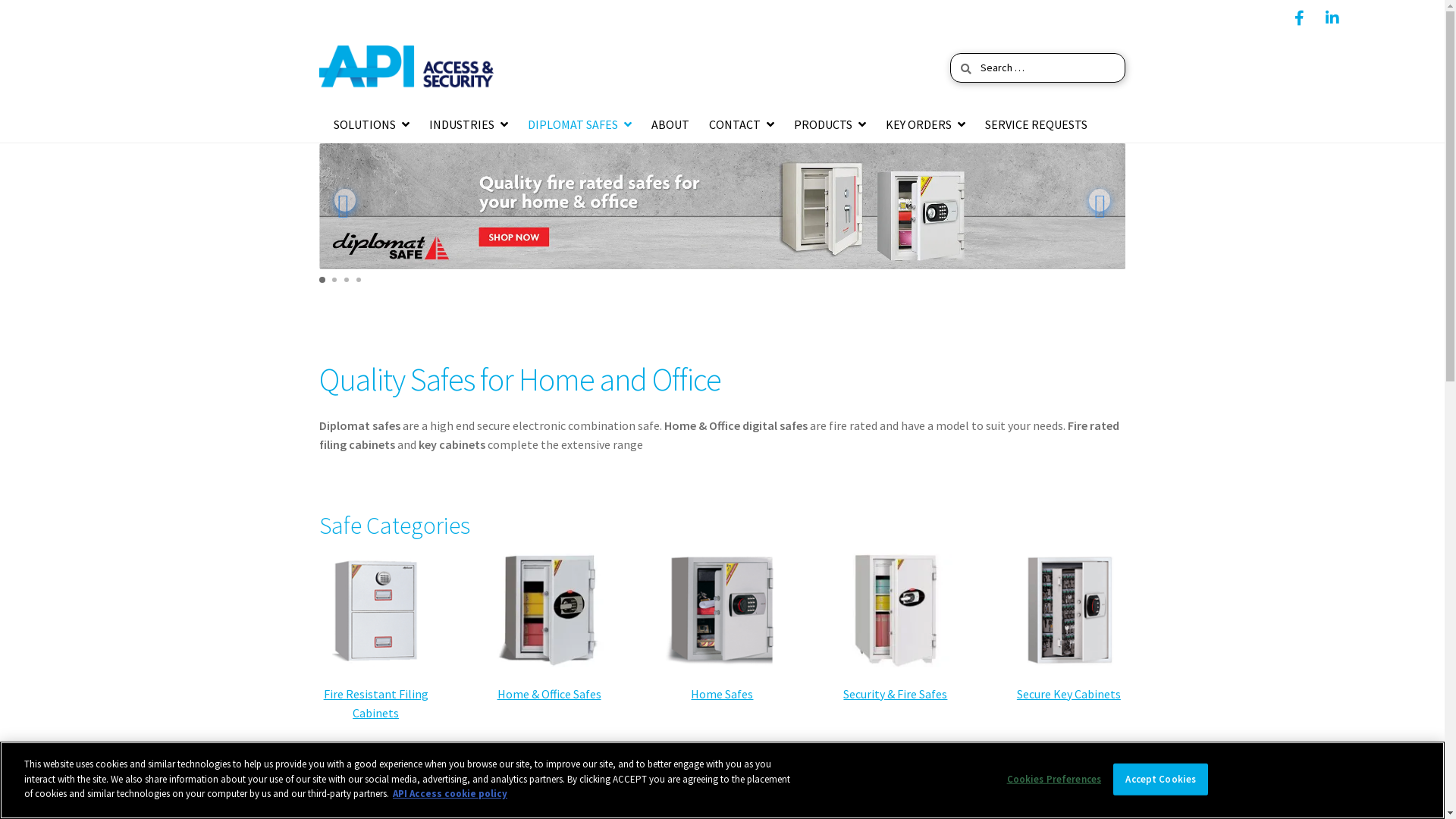 Image resolution: width=1456 pixels, height=819 pixels. What do you see at coordinates (467, 124) in the screenshot?
I see `'INDUSTRIES'` at bounding box center [467, 124].